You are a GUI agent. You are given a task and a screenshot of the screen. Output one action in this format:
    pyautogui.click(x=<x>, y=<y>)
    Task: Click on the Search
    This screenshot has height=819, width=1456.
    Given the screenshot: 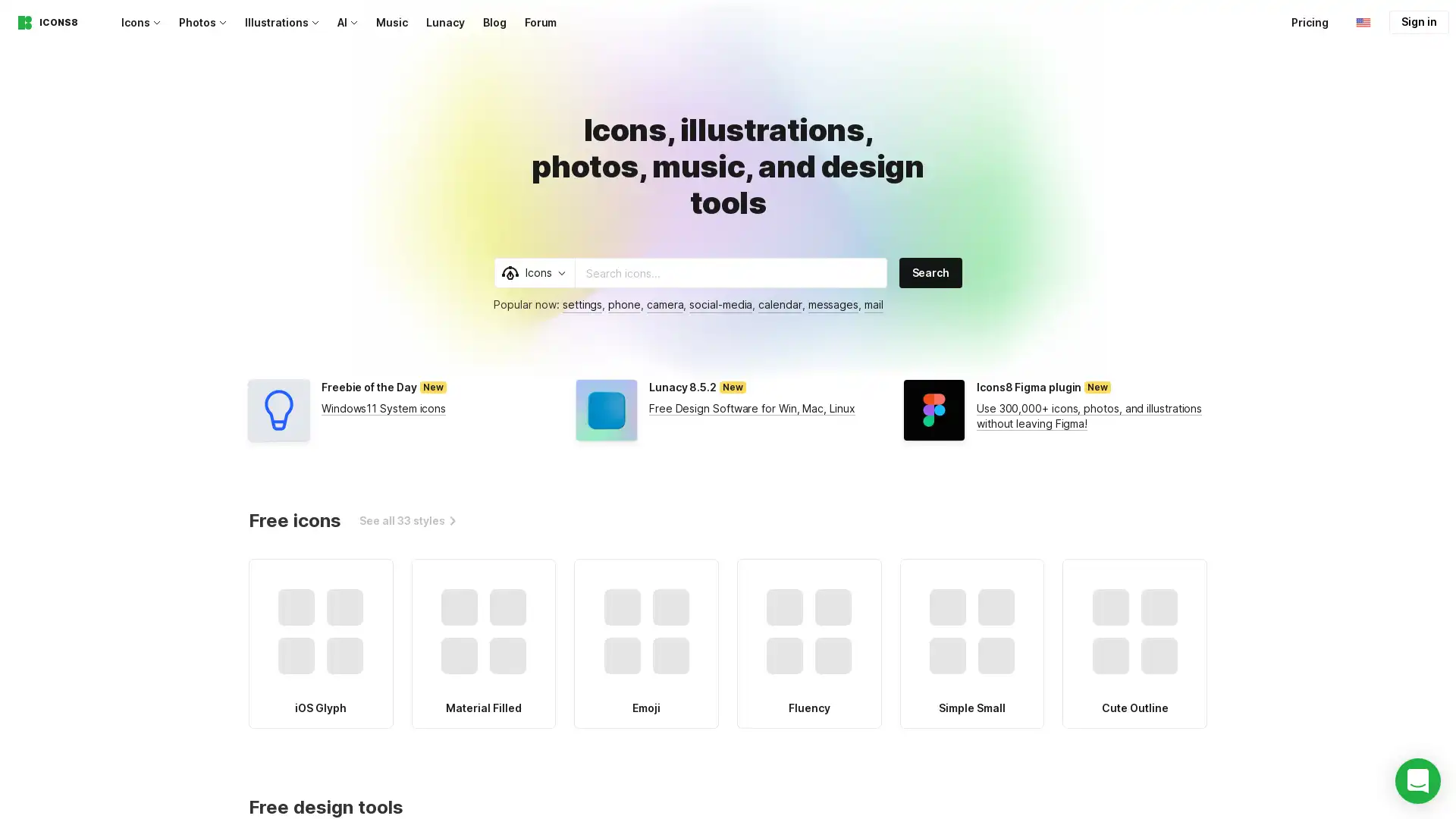 What is the action you would take?
    pyautogui.click(x=930, y=271)
    